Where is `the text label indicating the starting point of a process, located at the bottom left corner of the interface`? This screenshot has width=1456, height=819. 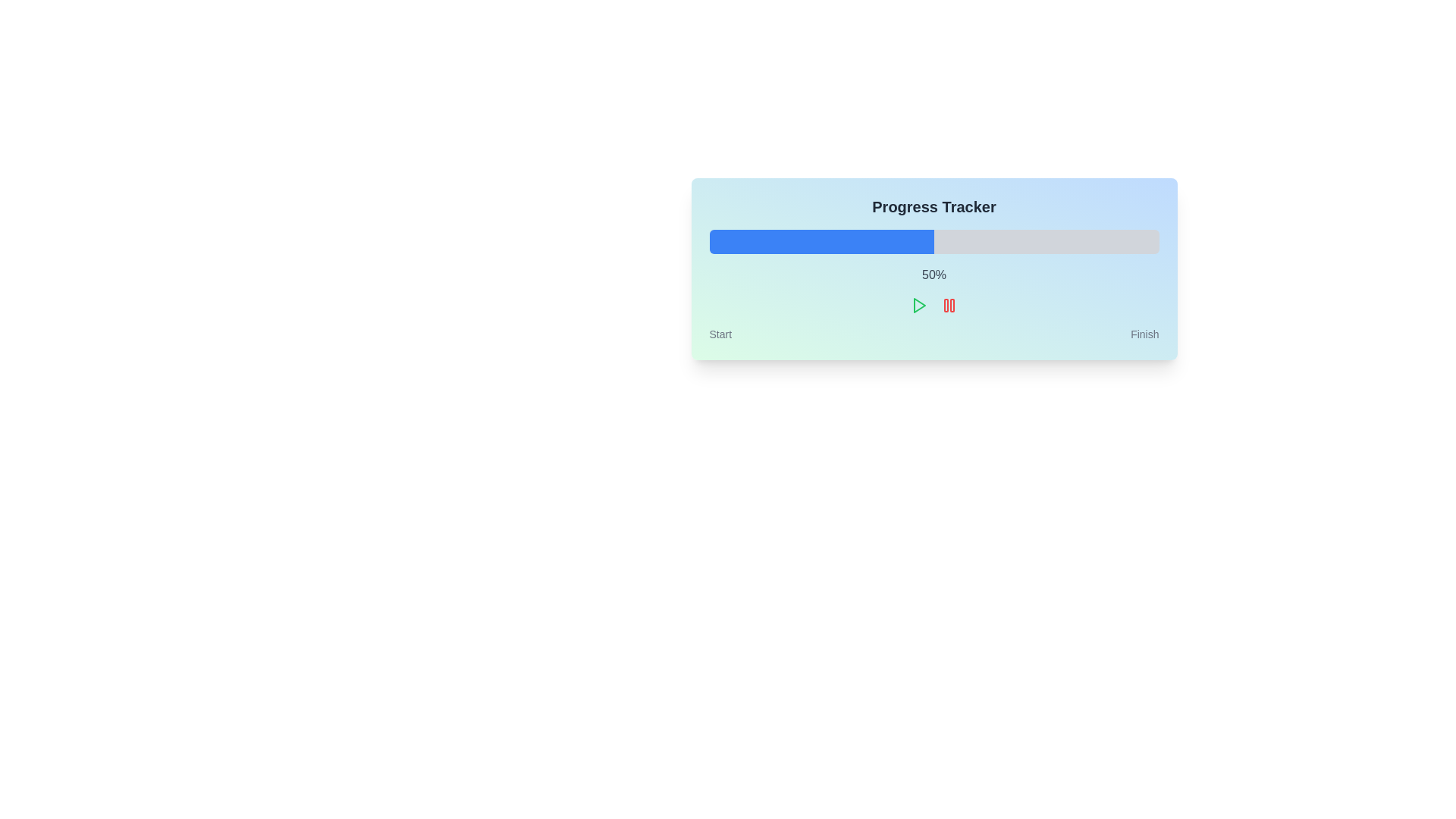
the text label indicating the starting point of a process, located at the bottom left corner of the interface is located at coordinates (720, 333).